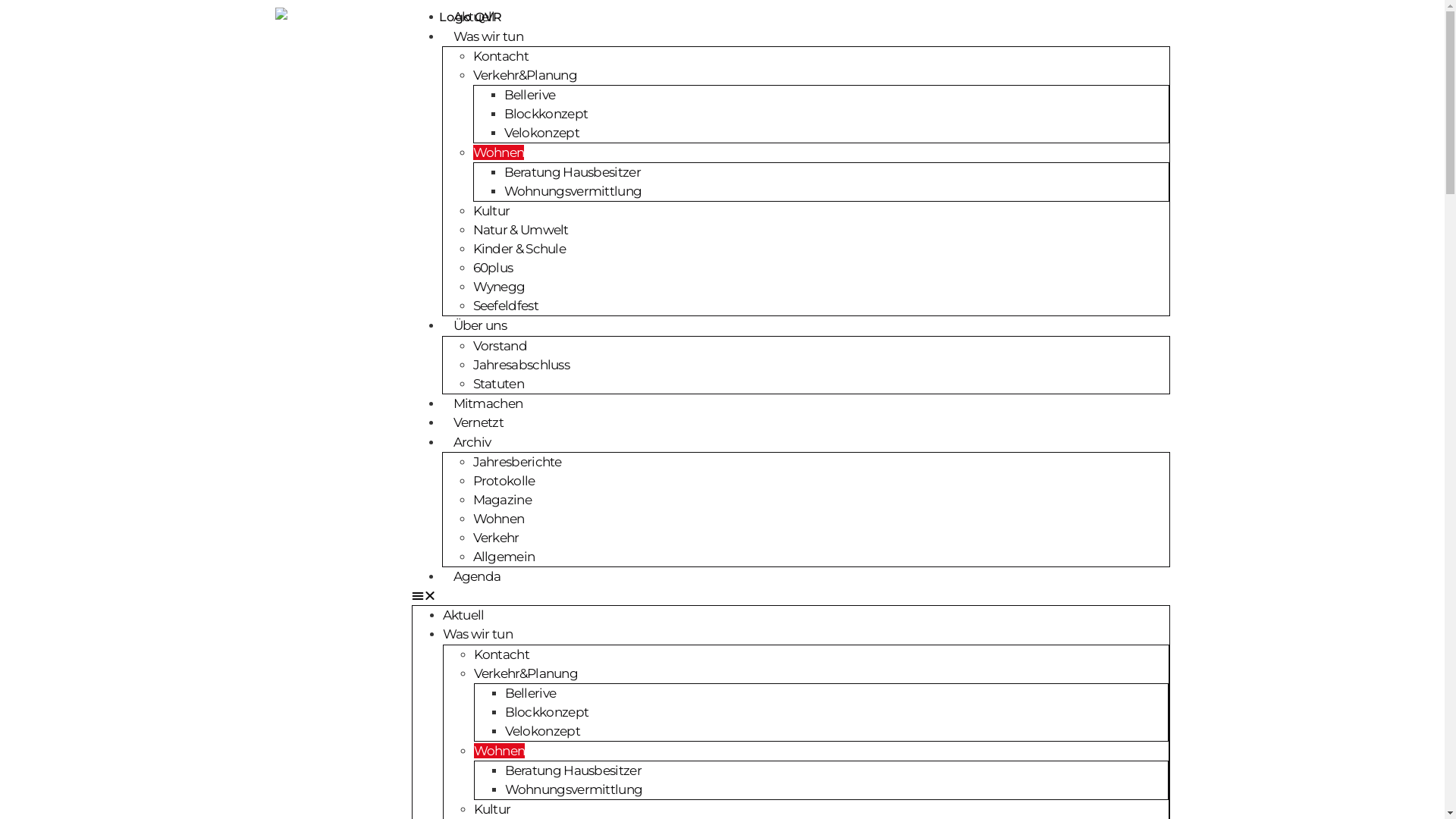 The image size is (1456, 819). Describe the element at coordinates (500, 652) in the screenshot. I see `'Kontacht'` at that location.